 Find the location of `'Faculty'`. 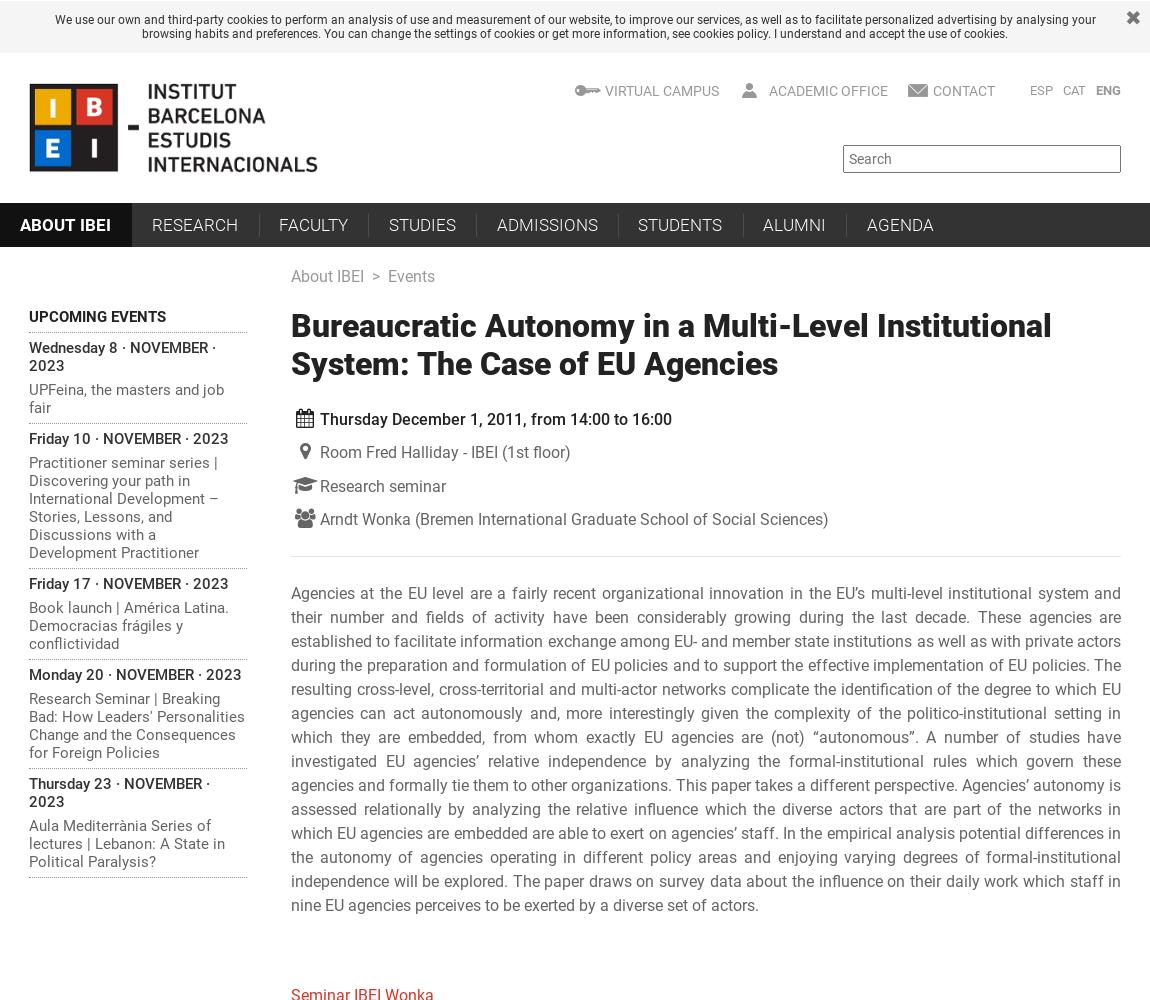

'Faculty' is located at coordinates (312, 223).